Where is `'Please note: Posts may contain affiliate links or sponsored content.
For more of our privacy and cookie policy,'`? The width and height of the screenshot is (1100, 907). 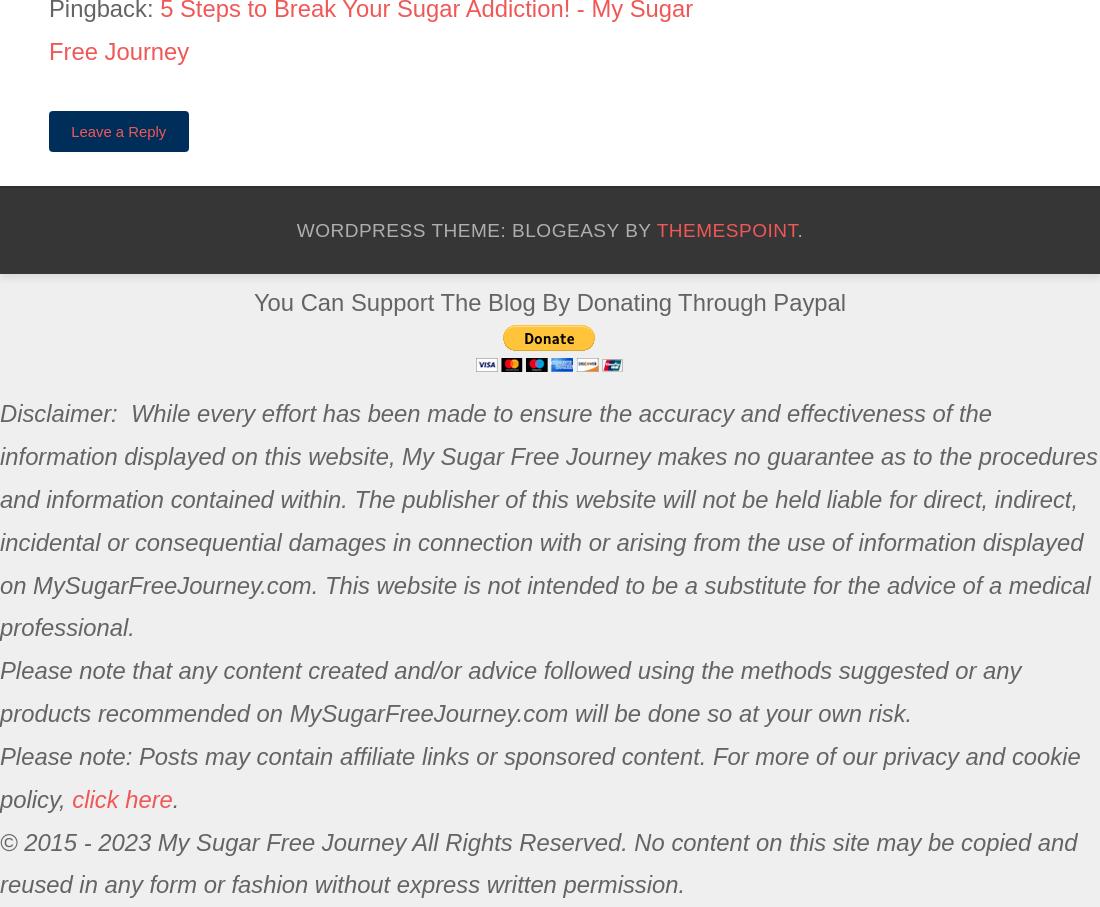
'Please note: Posts may contain affiliate links or sponsored content.
For more of our privacy and cookie policy,' is located at coordinates (539, 776).